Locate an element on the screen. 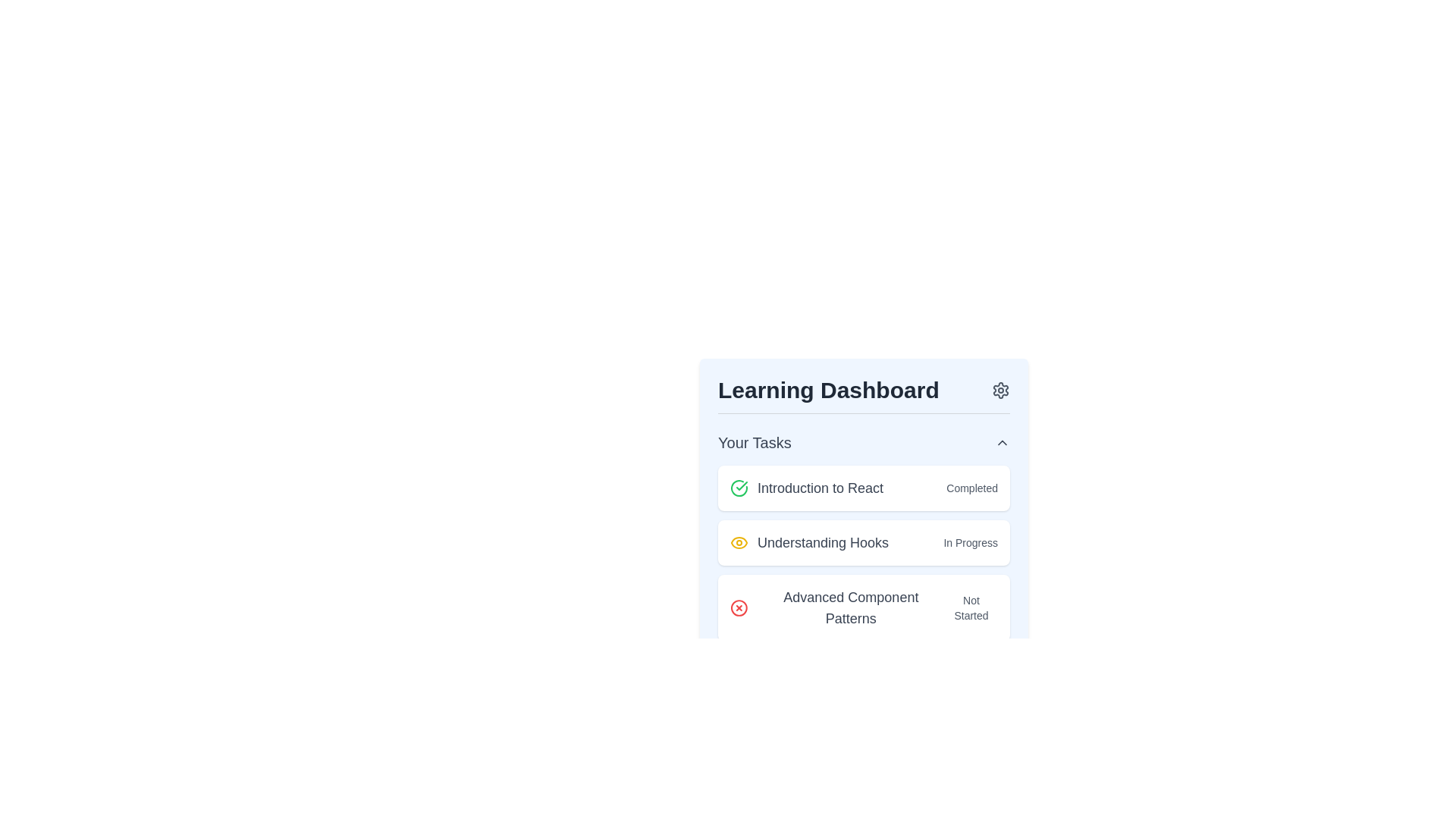  the 'Completed' text label, which is styled in gray with lowercase letters and is located to the right of 'Introduction to React' in the first task row of the 'Your Tasks' list is located at coordinates (972, 488).